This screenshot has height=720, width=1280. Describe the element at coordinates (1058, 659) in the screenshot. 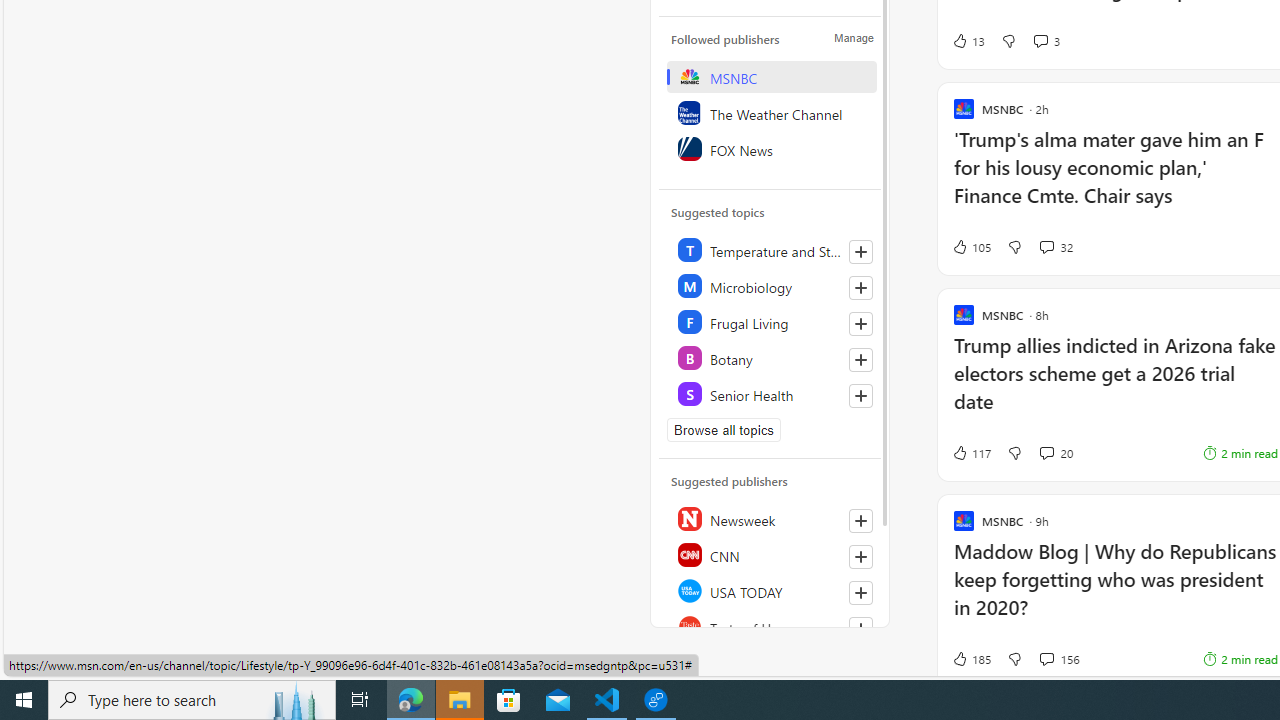

I see `'View comments 156 Comment'` at that location.